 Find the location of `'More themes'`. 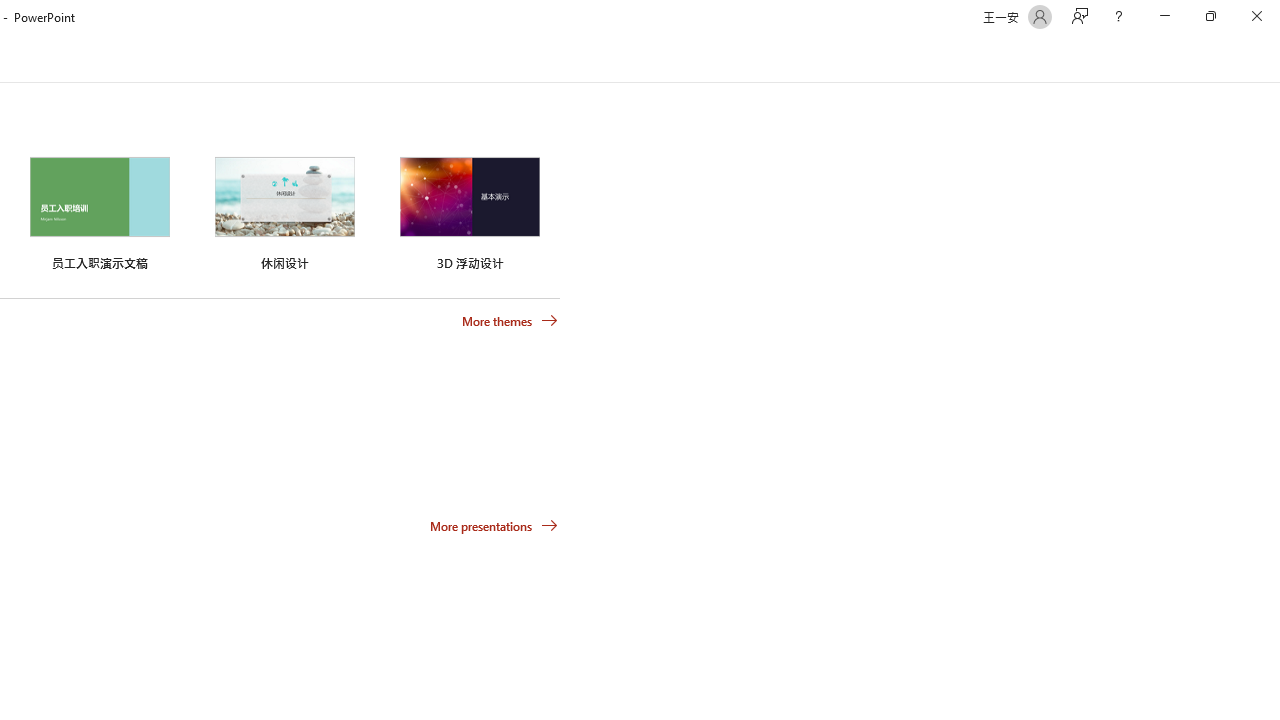

'More themes' is located at coordinates (510, 320).